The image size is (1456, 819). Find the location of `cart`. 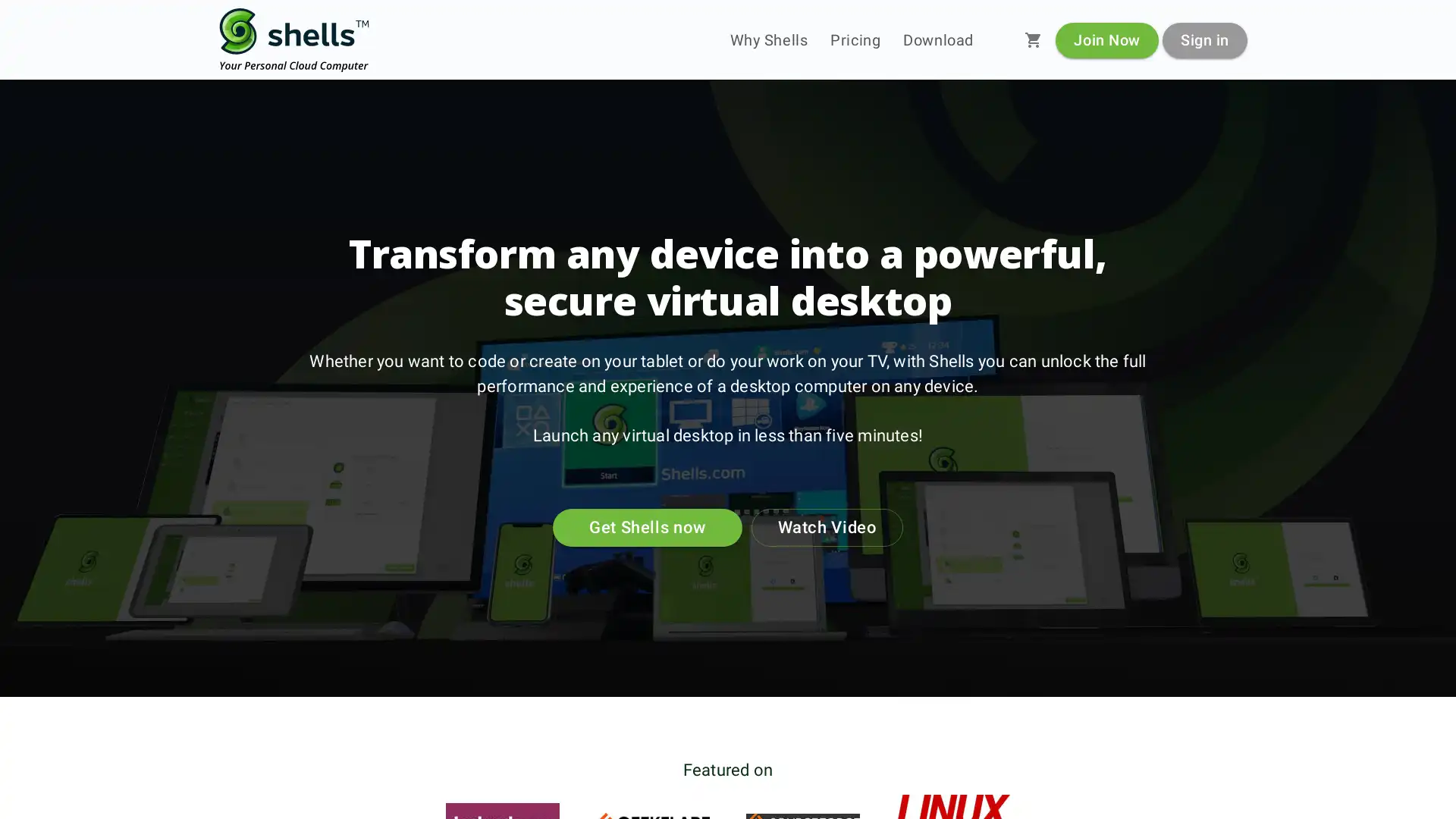

cart is located at coordinates (1033, 39).